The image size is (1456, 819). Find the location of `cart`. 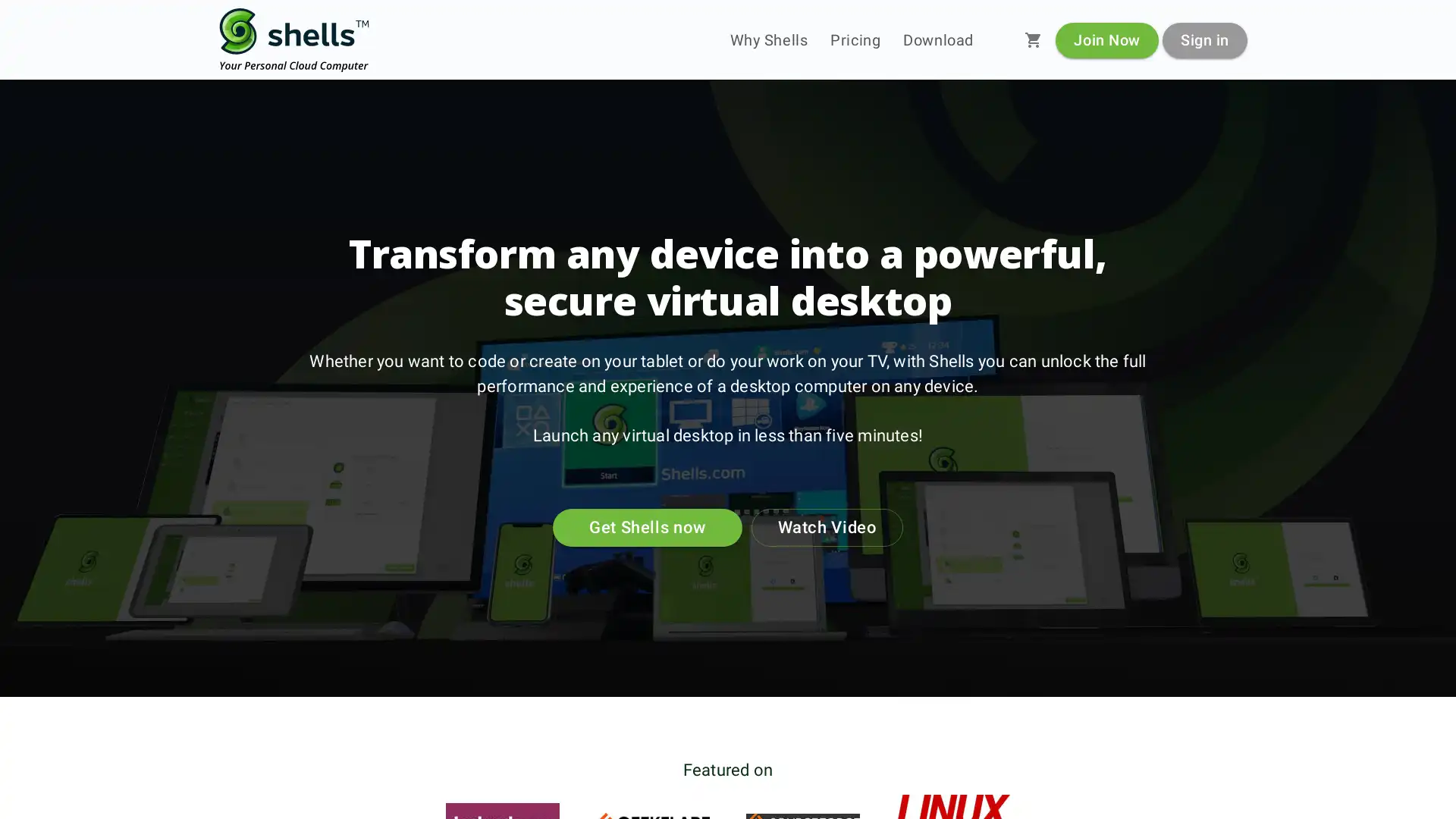

cart is located at coordinates (1033, 39).